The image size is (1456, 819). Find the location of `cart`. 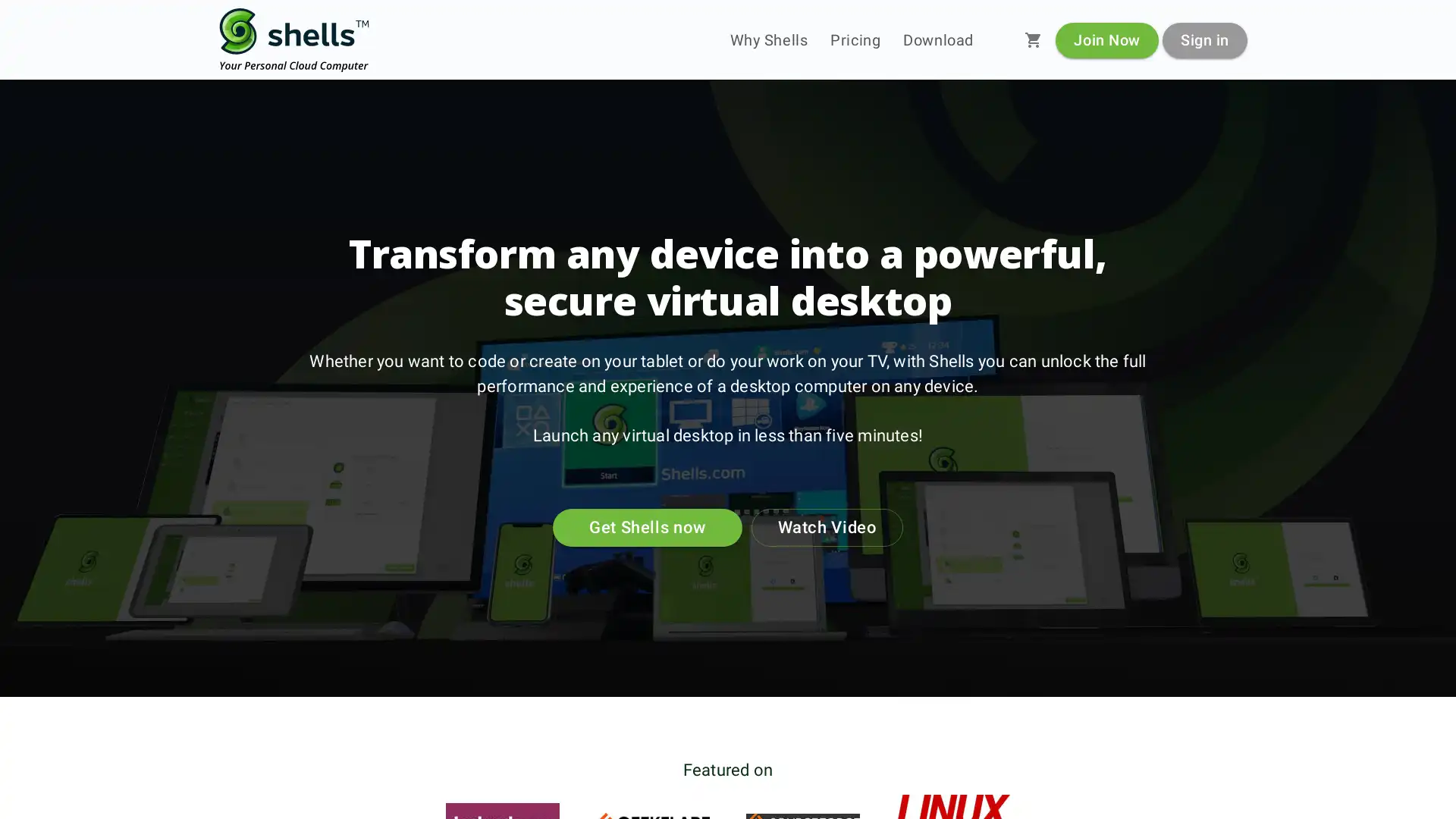

cart is located at coordinates (1033, 39).